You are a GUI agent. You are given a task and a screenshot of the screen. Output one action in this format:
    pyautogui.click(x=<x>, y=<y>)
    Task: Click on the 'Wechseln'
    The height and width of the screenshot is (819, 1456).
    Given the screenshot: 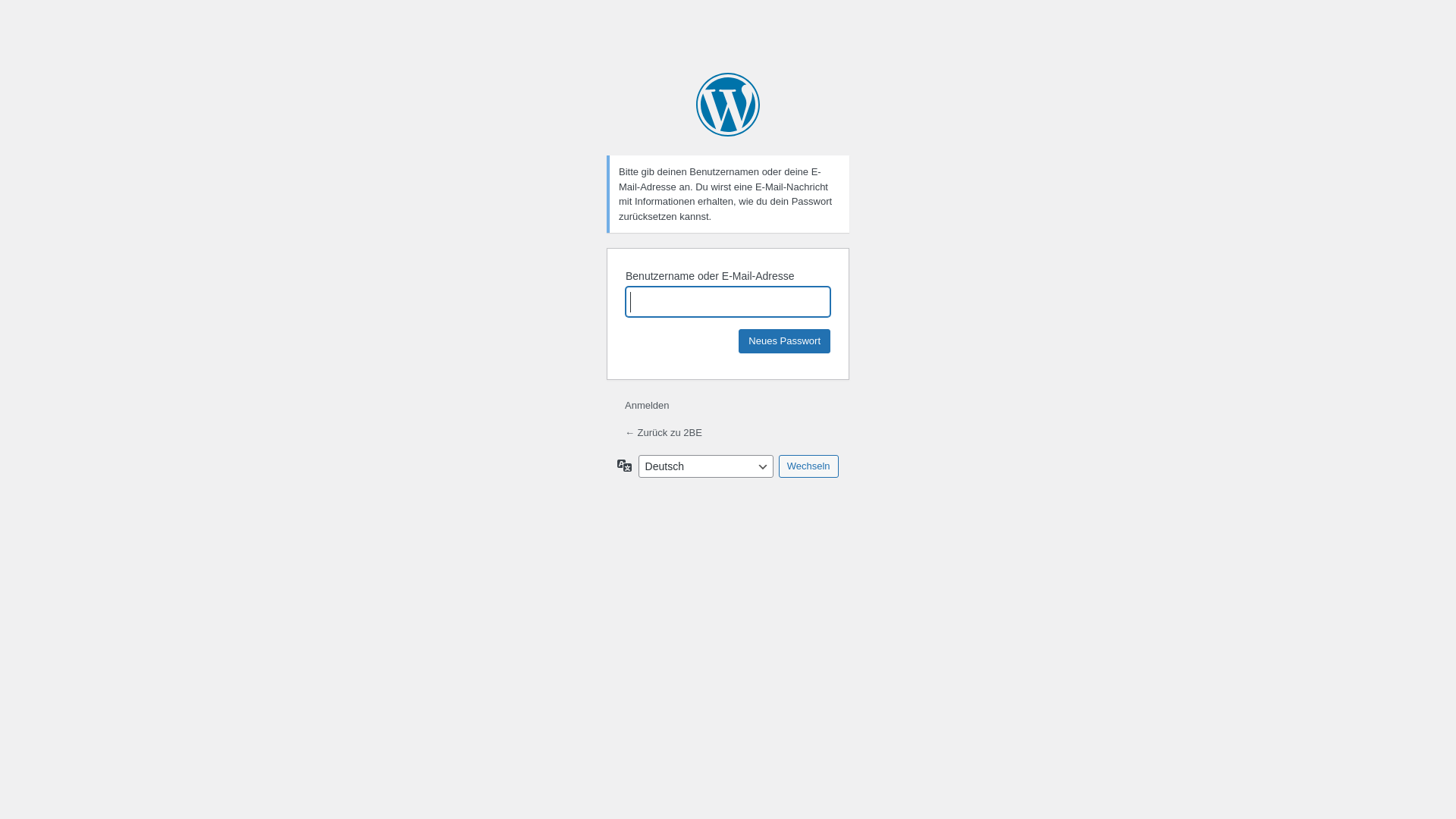 What is the action you would take?
    pyautogui.click(x=779, y=465)
    